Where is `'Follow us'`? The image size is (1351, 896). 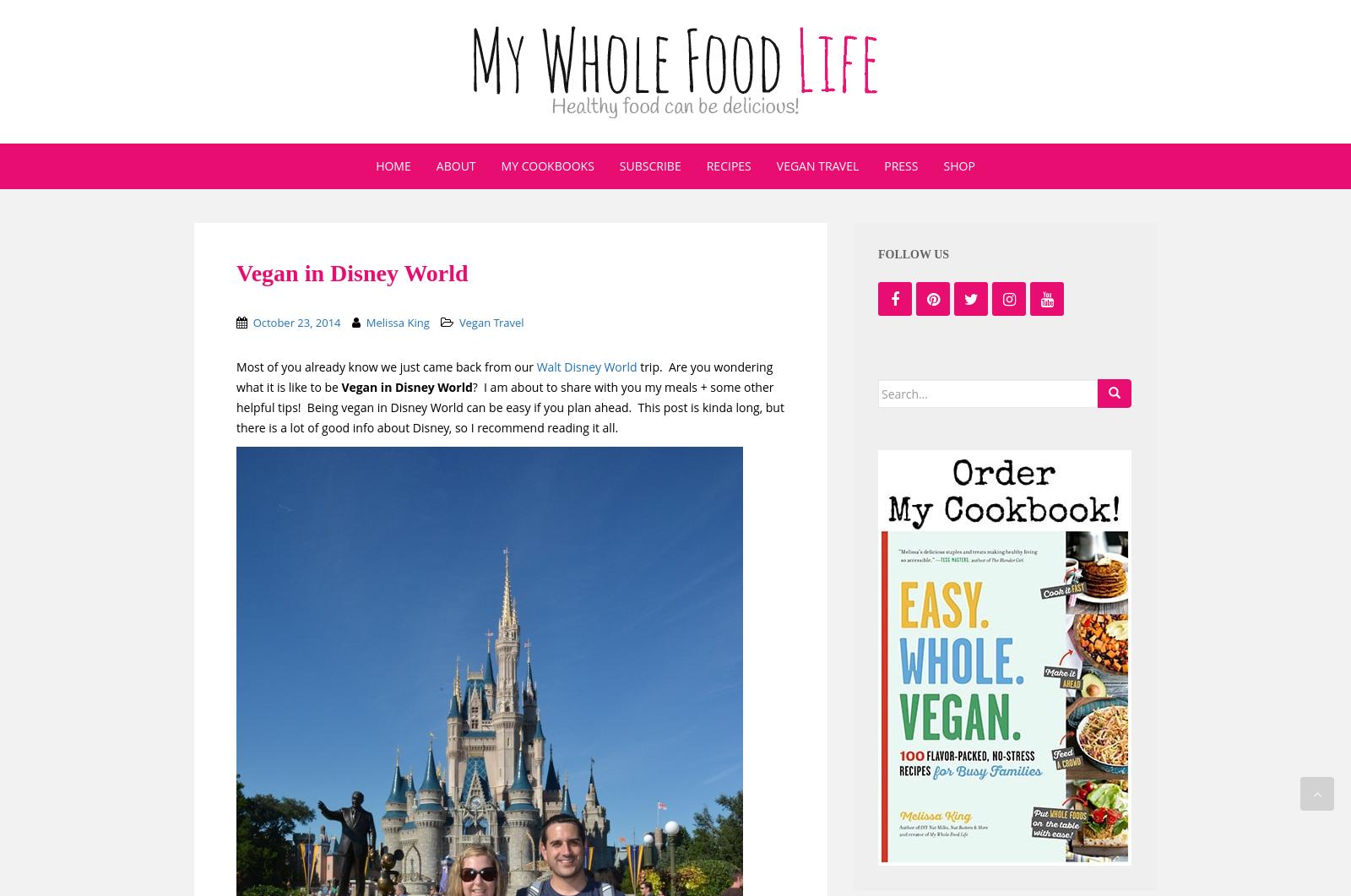
'Follow us' is located at coordinates (914, 253).